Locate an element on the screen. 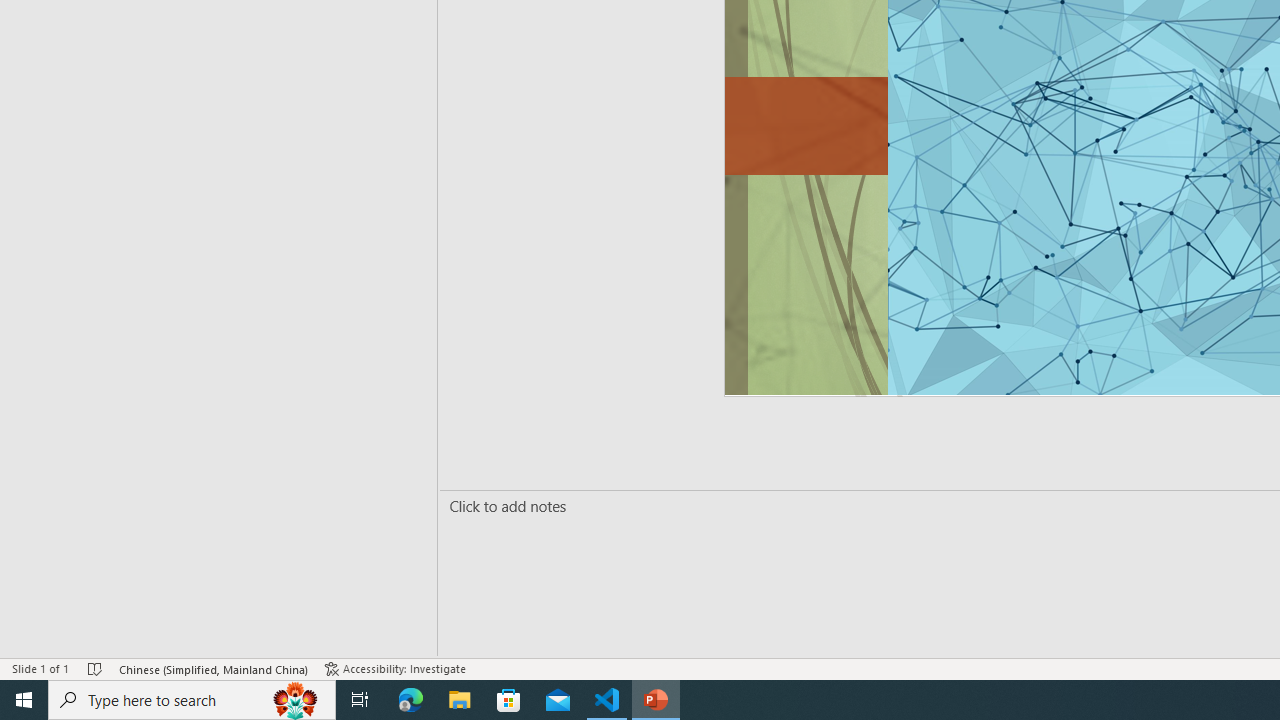 Image resolution: width=1280 pixels, height=720 pixels. 'Type here to search' is located at coordinates (192, 698).